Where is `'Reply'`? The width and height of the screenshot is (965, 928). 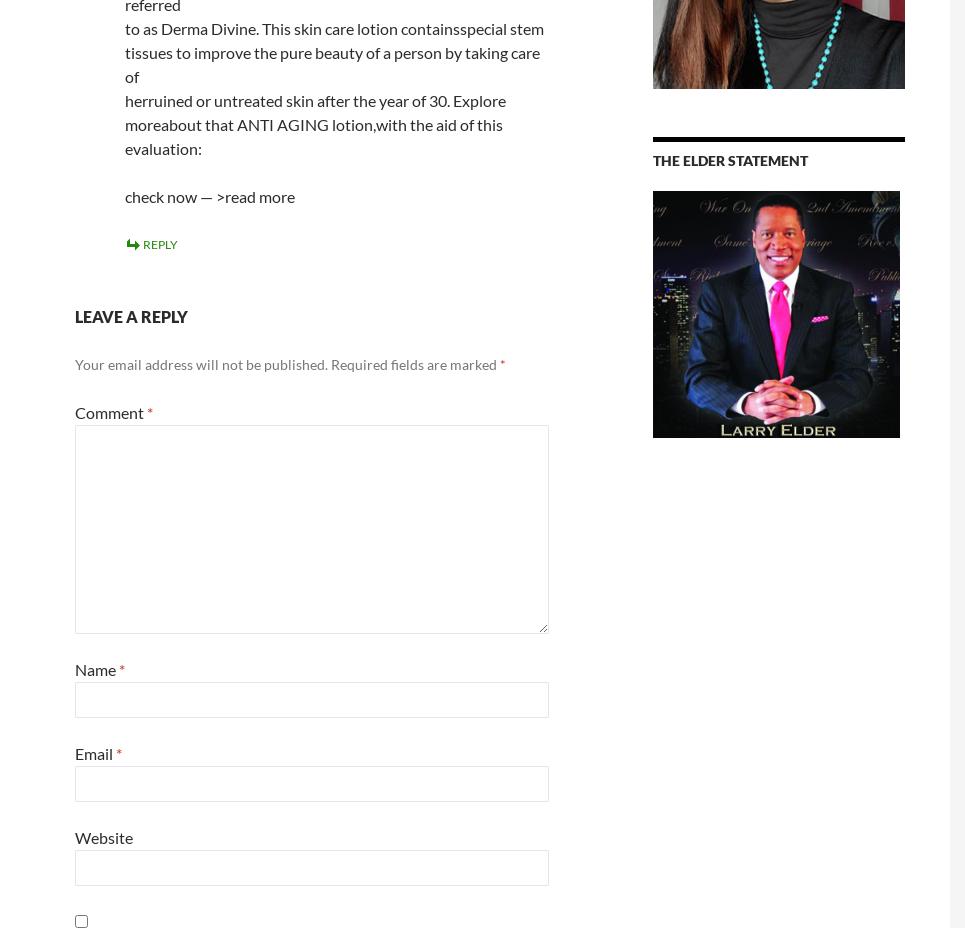 'Reply' is located at coordinates (158, 243).